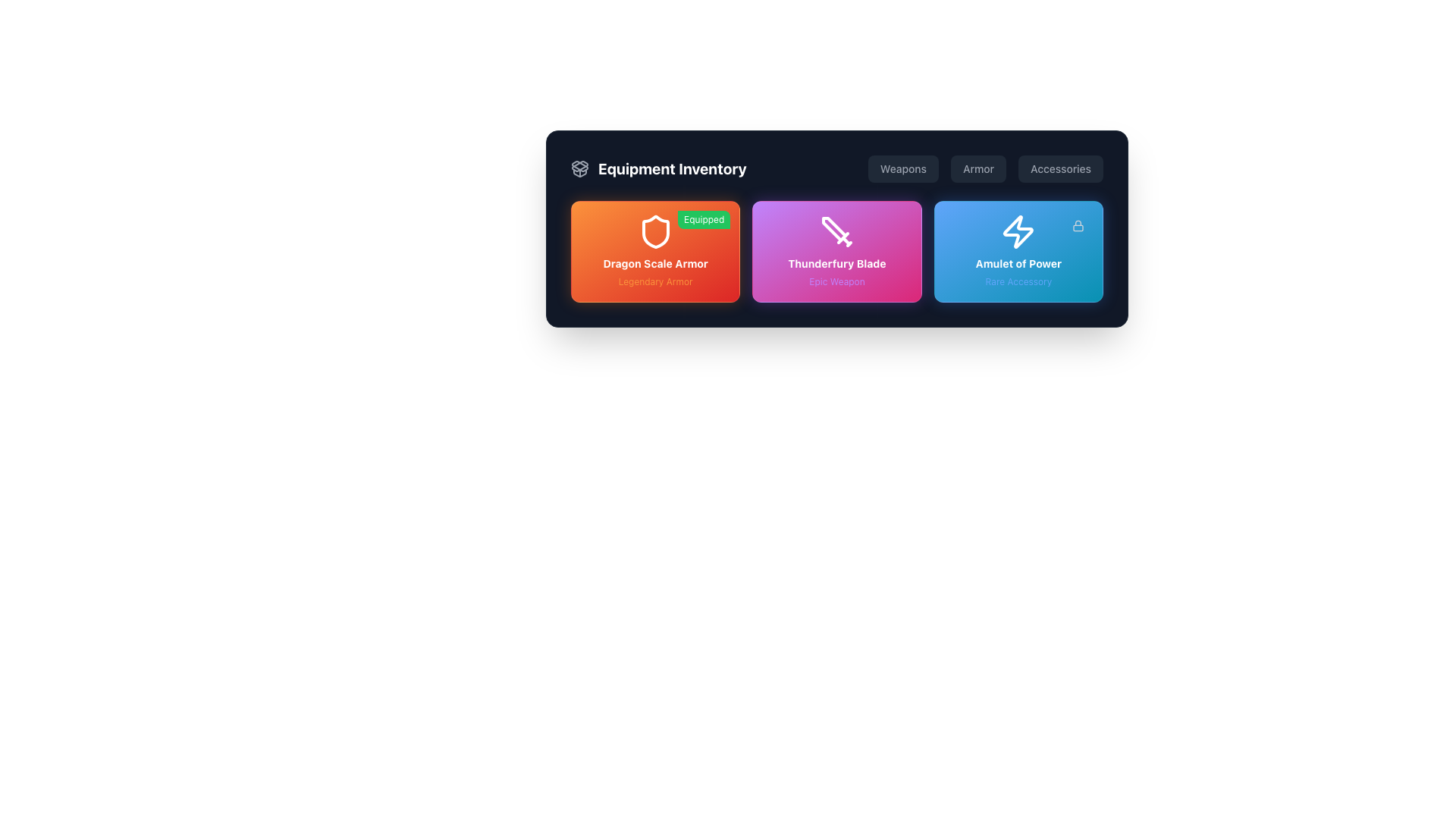 Image resolution: width=1456 pixels, height=819 pixels. I want to click on the text label 'Epic Weapon' styled in purple, which is positioned below the 'Thunderfury Blade' title within the pink card for the item description, so click(836, 281).